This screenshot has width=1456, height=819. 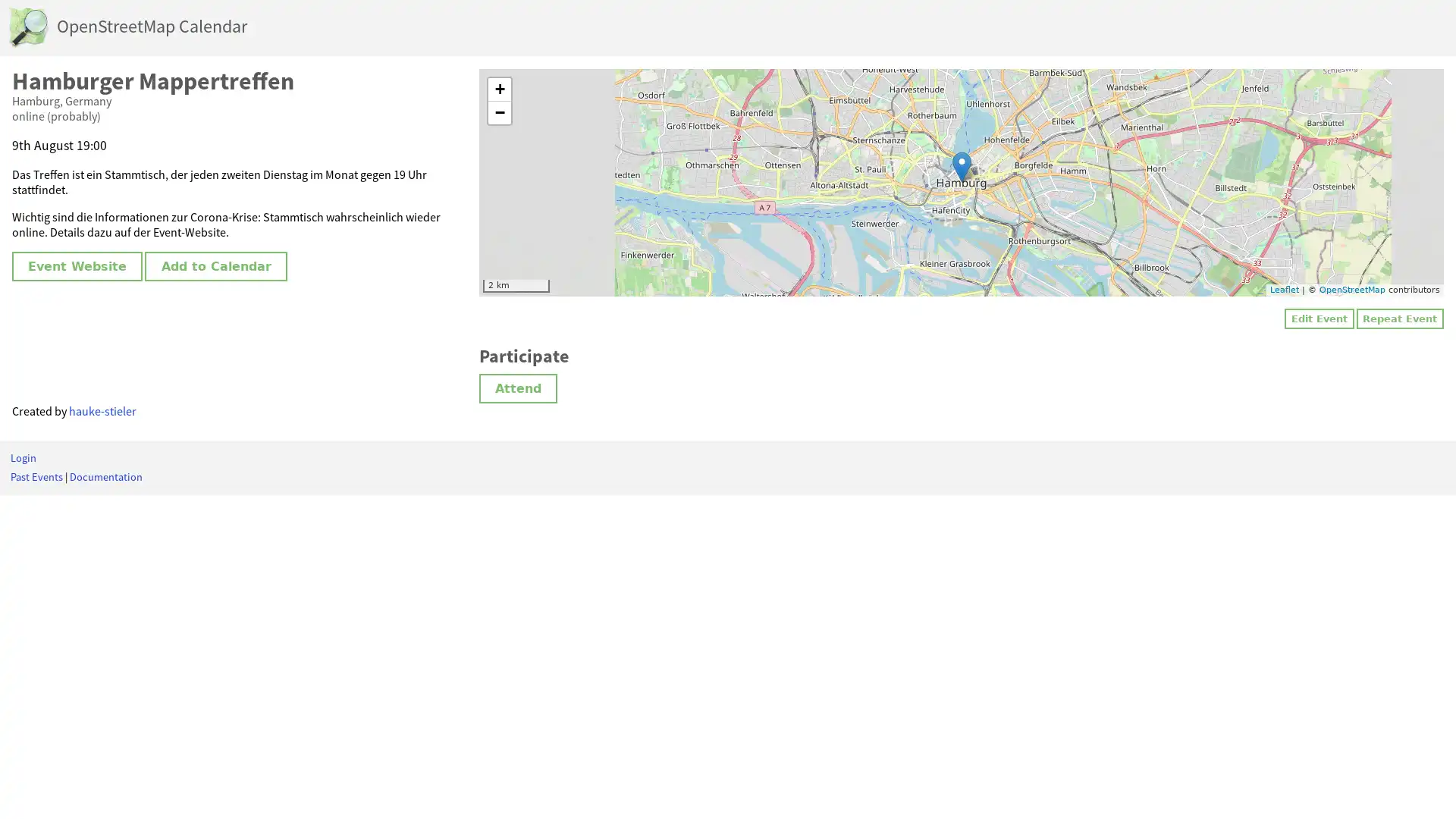 I want to click on Edit Event, so click(x=1318, y=318).